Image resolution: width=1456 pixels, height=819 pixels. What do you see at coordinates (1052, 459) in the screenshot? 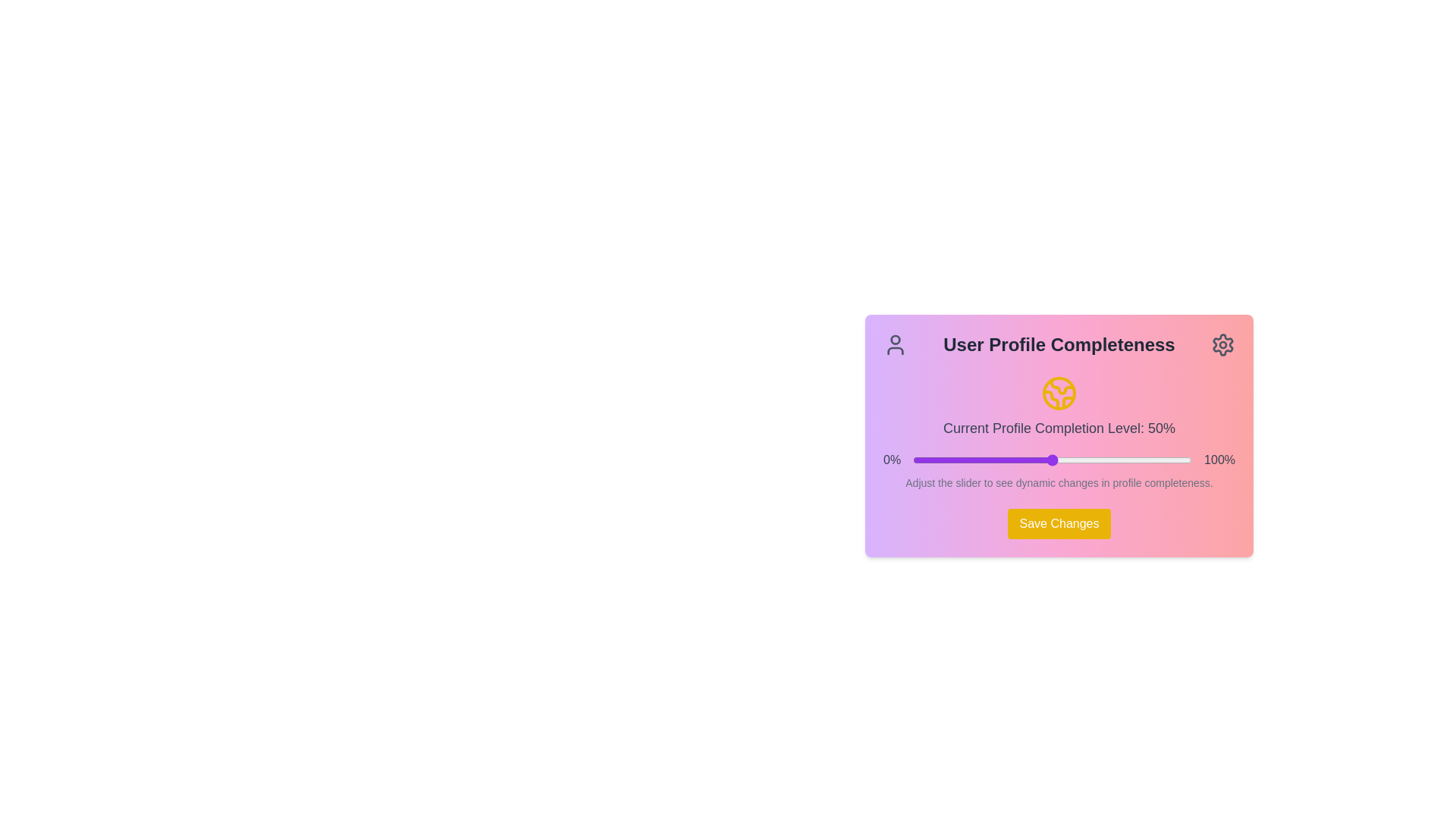
I see `the handle of the Range slider for adjusting the profile completion percentage, located centrally between the '0%' and '100%' labels` at bounding box center [1052, 459].